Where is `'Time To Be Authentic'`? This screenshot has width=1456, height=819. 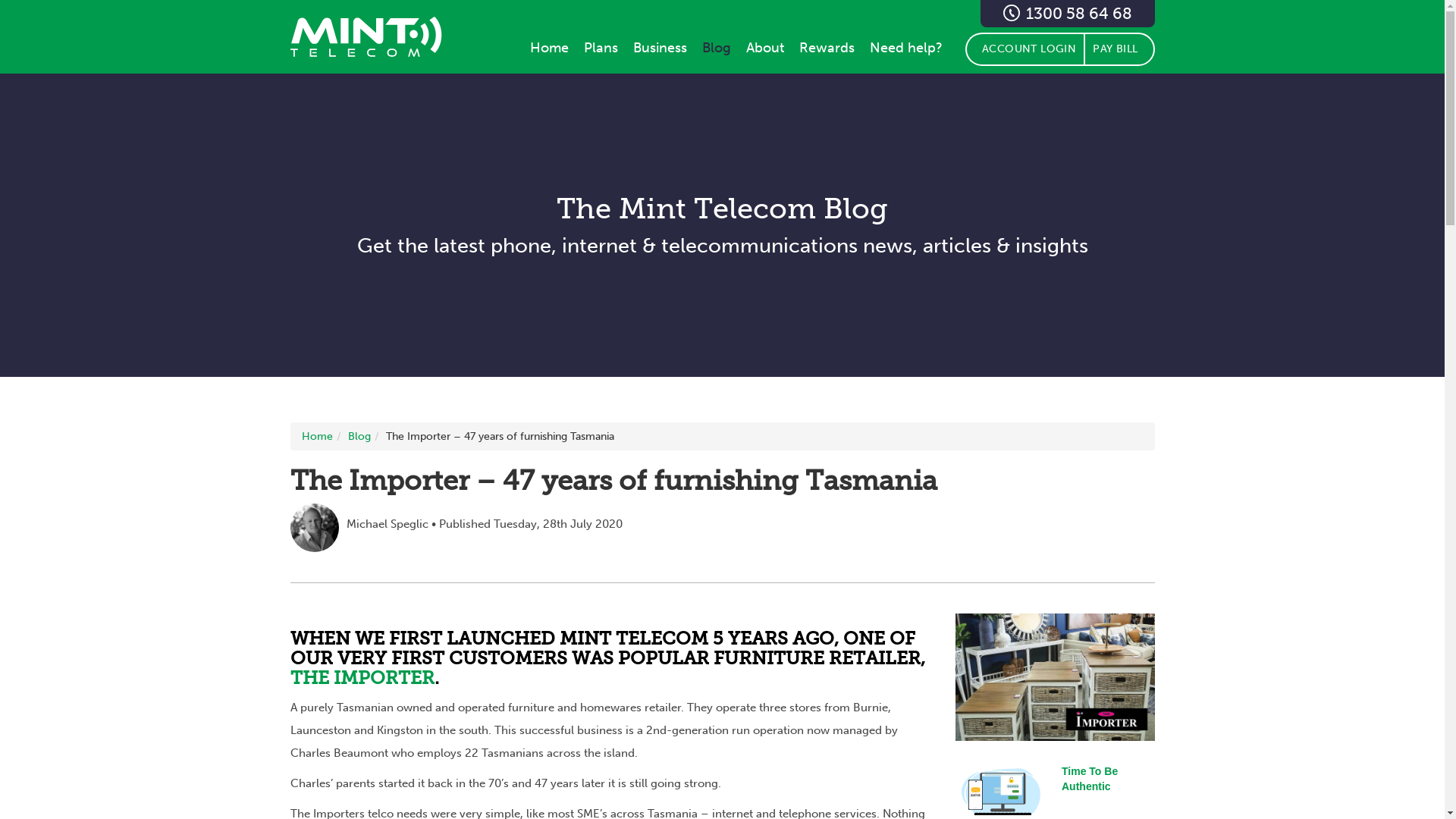 'Time To Be Authentic' is located at coordinates (1061, 778).